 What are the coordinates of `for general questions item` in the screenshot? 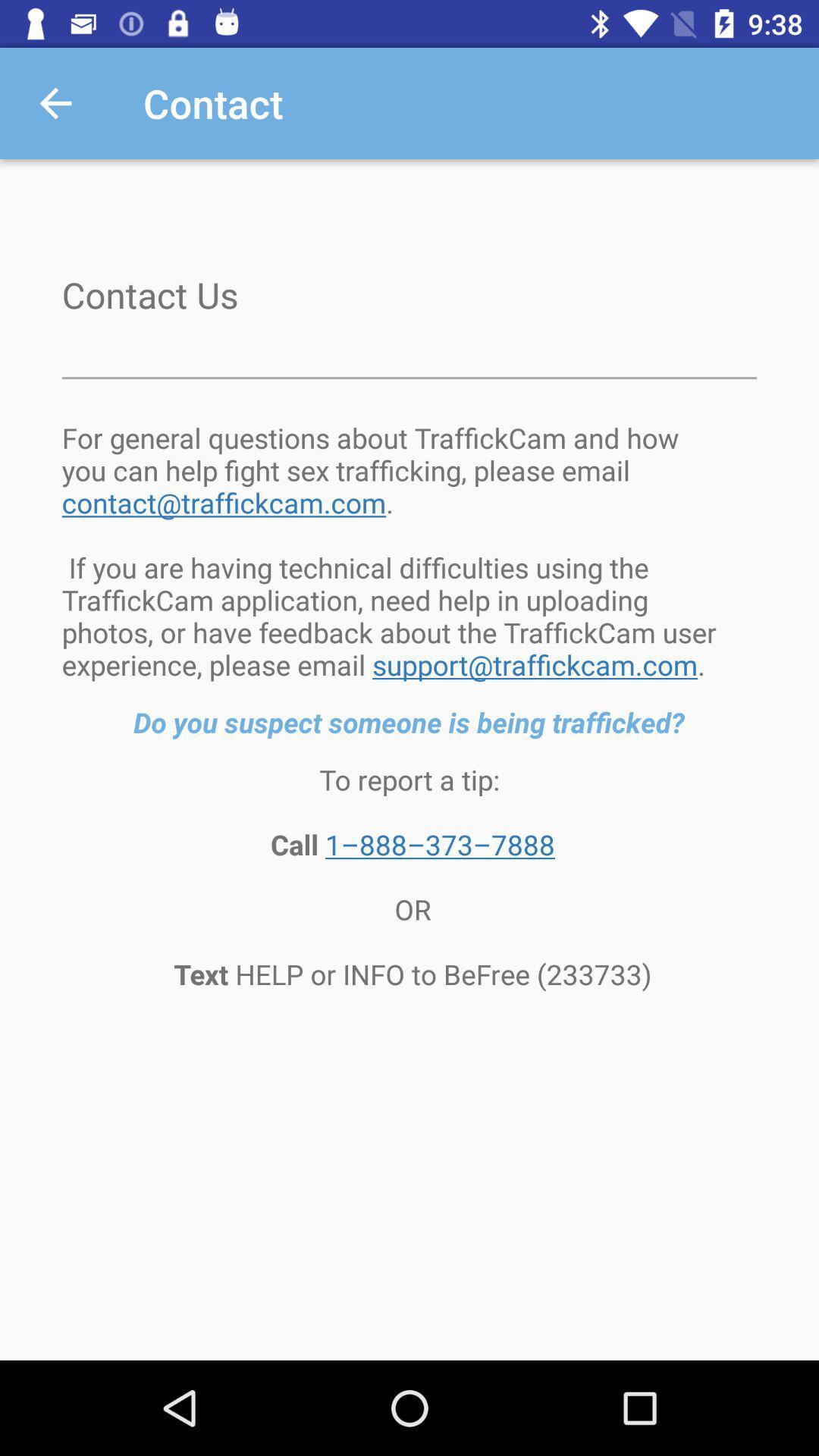 It's located at (409, 551).